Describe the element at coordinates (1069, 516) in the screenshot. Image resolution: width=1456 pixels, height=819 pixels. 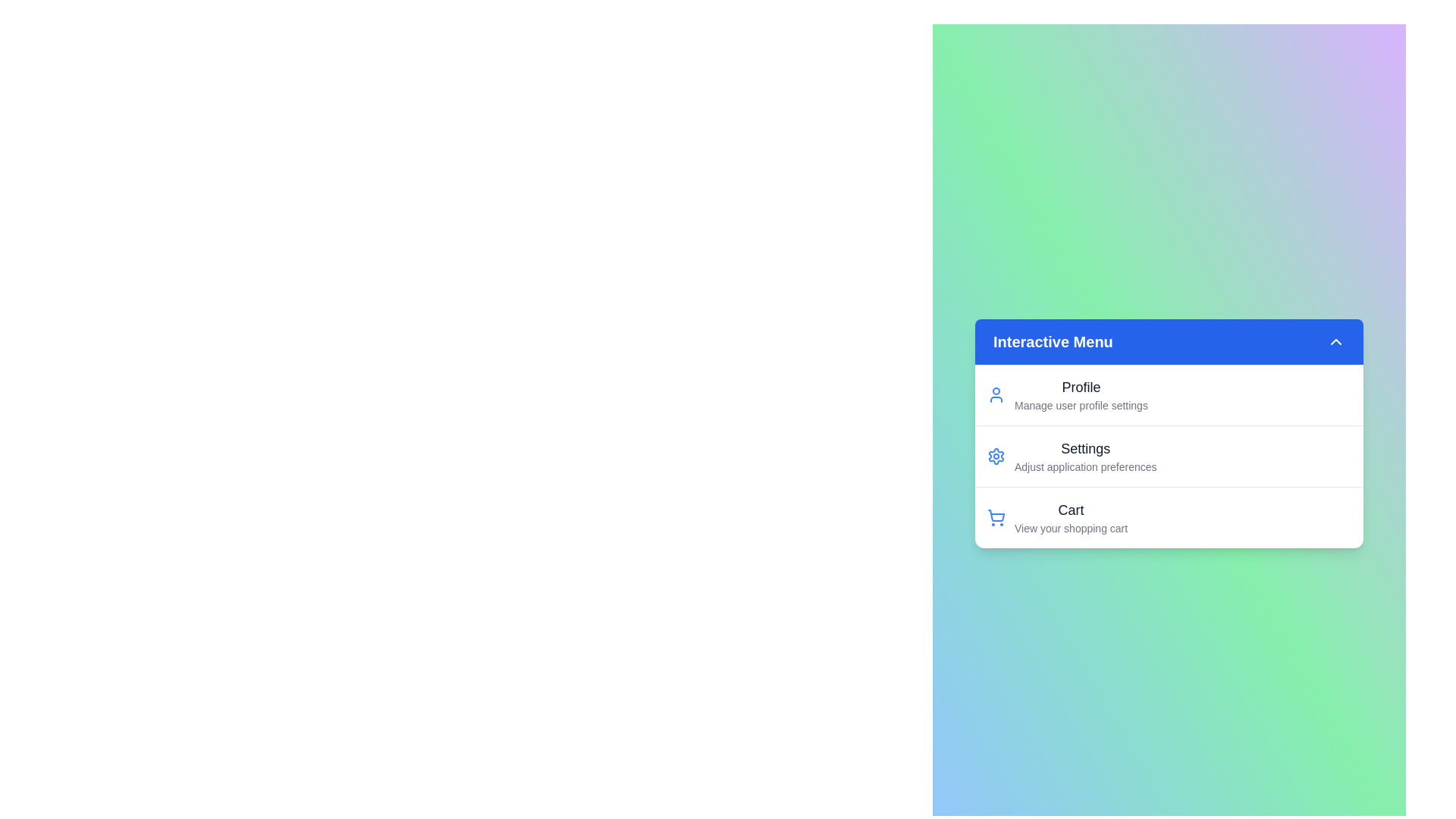
I see `the menu option Cart` at that location.